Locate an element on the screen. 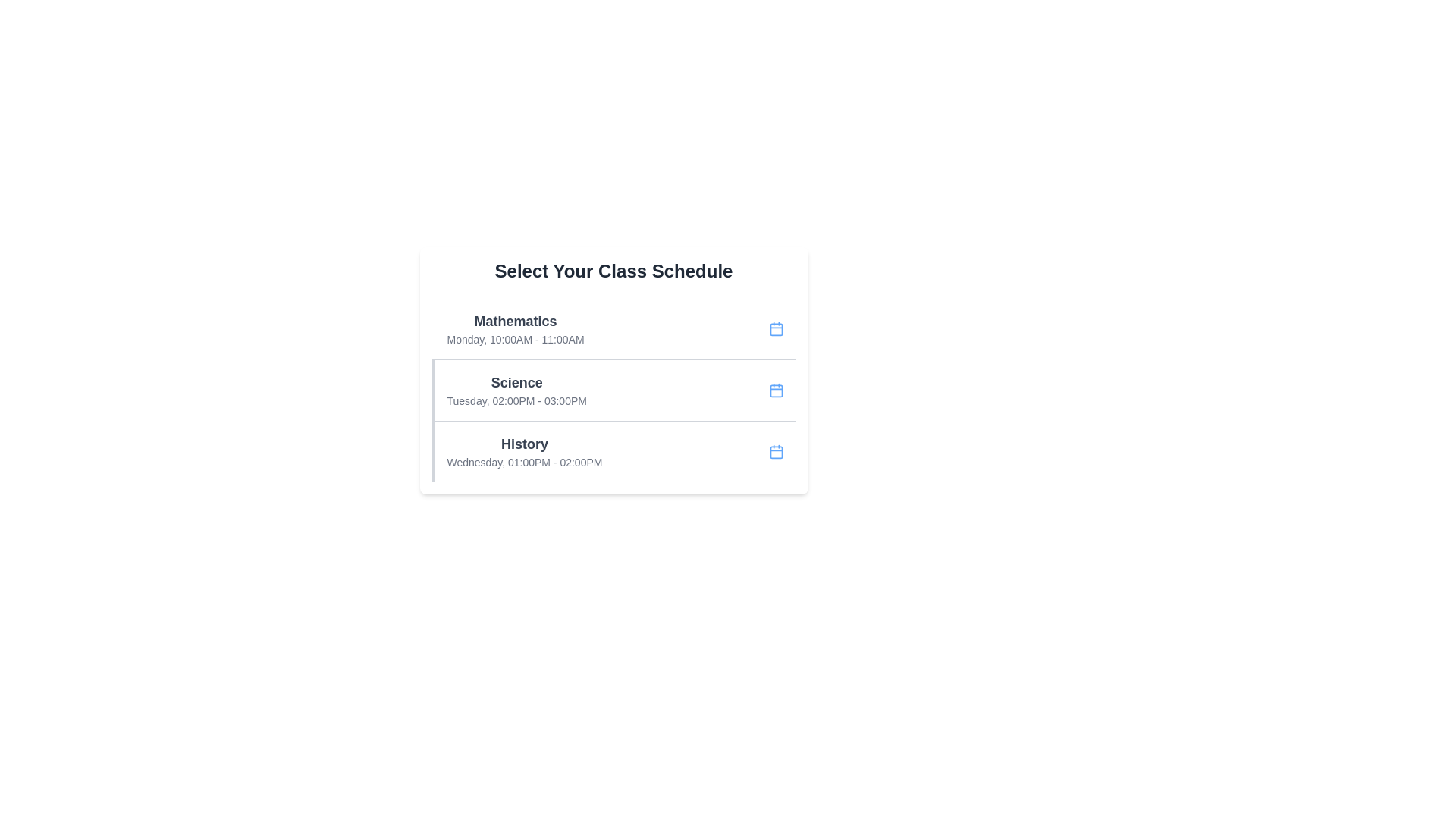  the blue rectangular shape with rounded corners that is part of the calendar icon, located to the right of the 'Mathematics' entry in the first row of the list is located at coordinates (776, 328).